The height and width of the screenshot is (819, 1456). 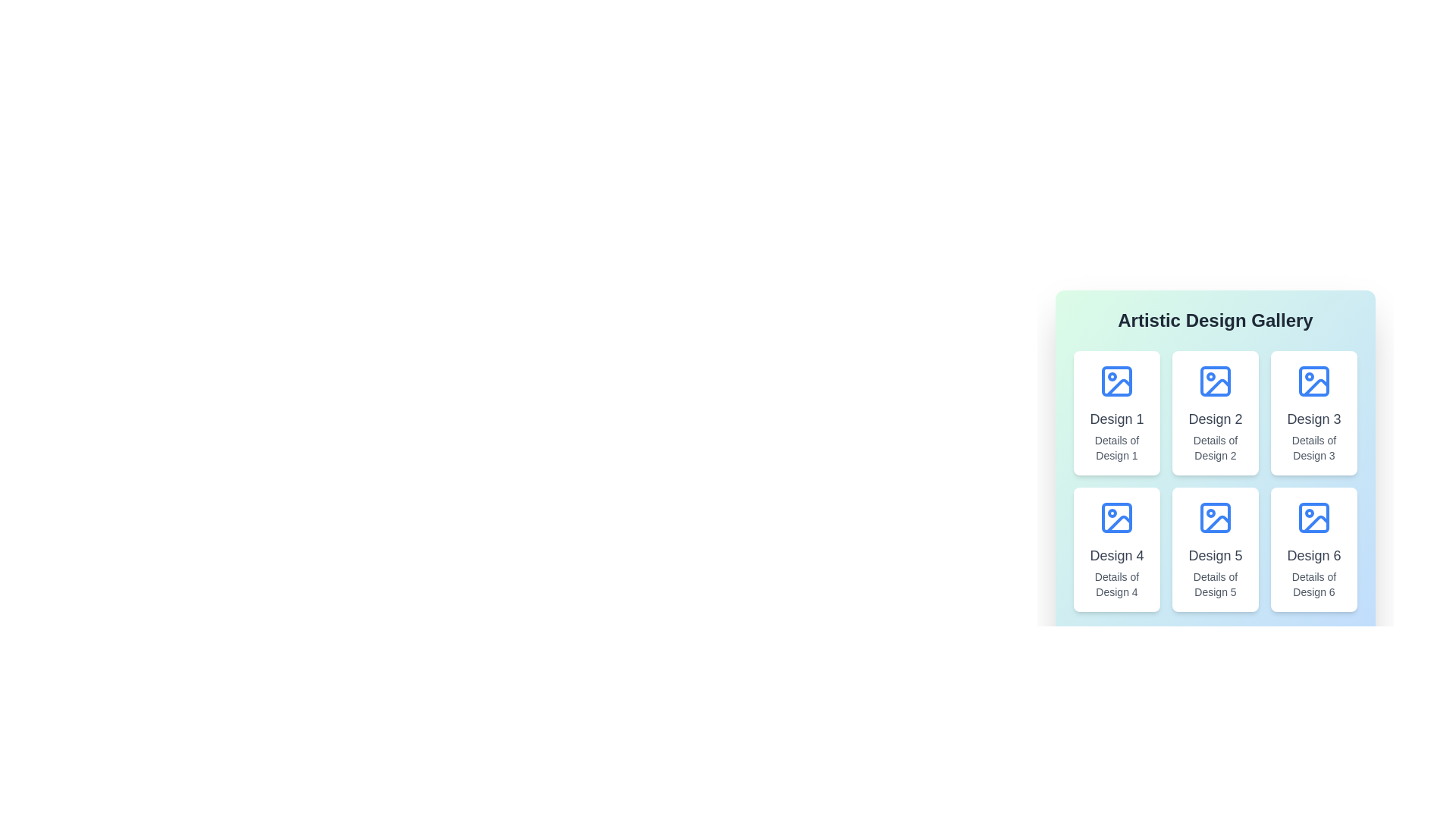 I want to click on the card labeled 'Design 5', so click(x=1216, y=550).